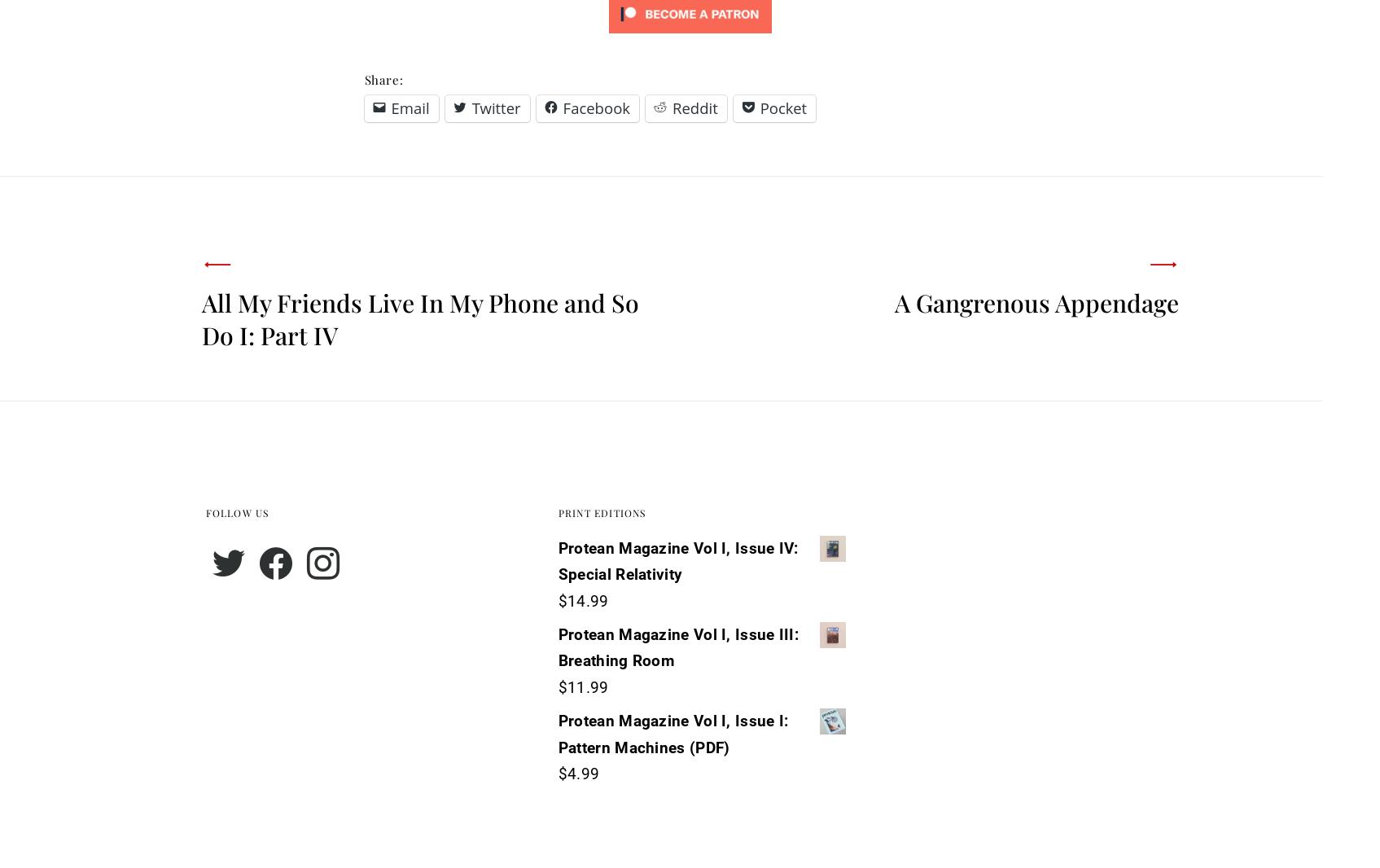 The height and width of the screenshot is (868, 1380). I want to click on 'Share:', so click(383, 78).